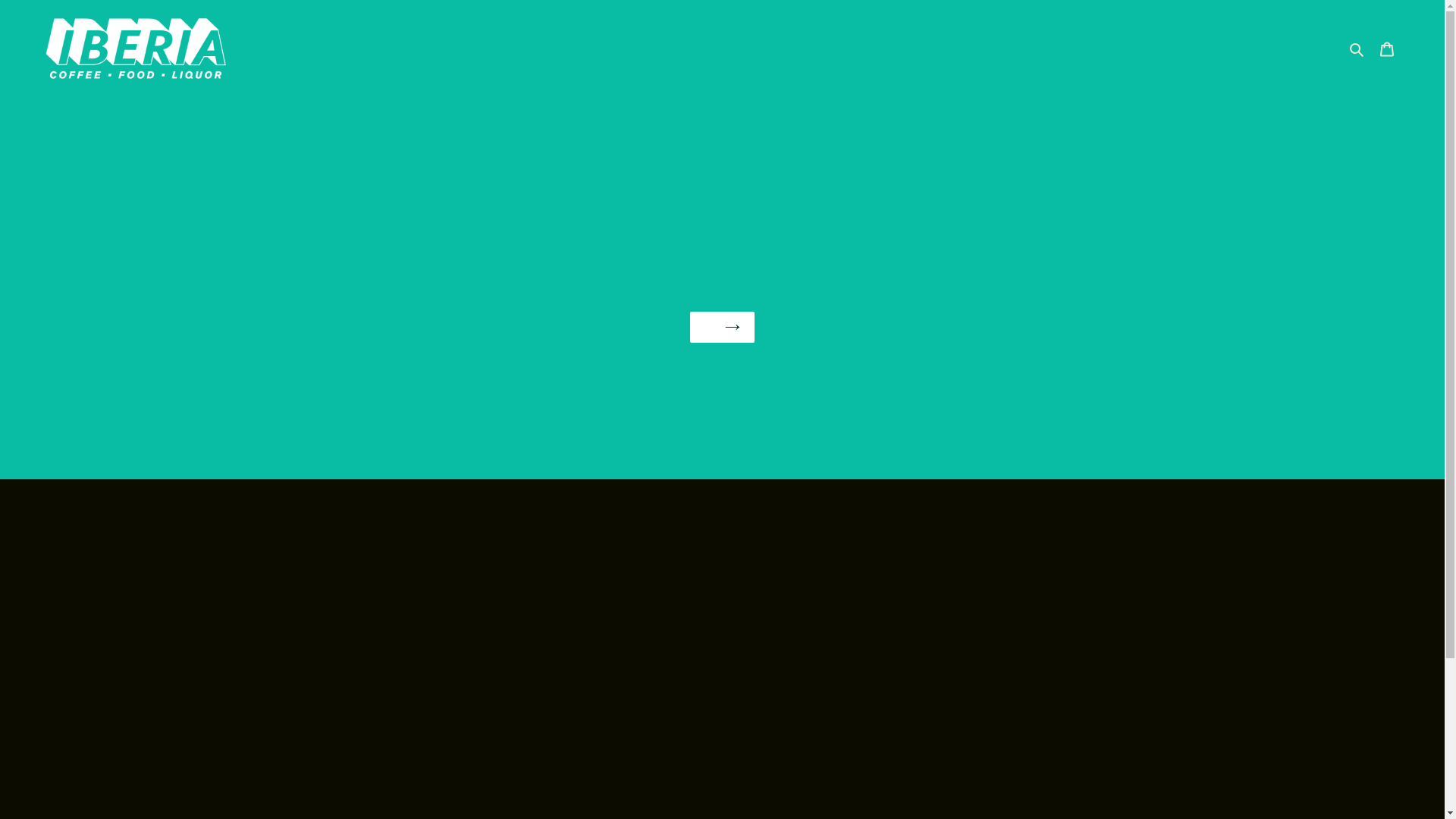 The height and width of the screenshot is (819, 1456). I want to click on 'Search', so click(1357, 48).